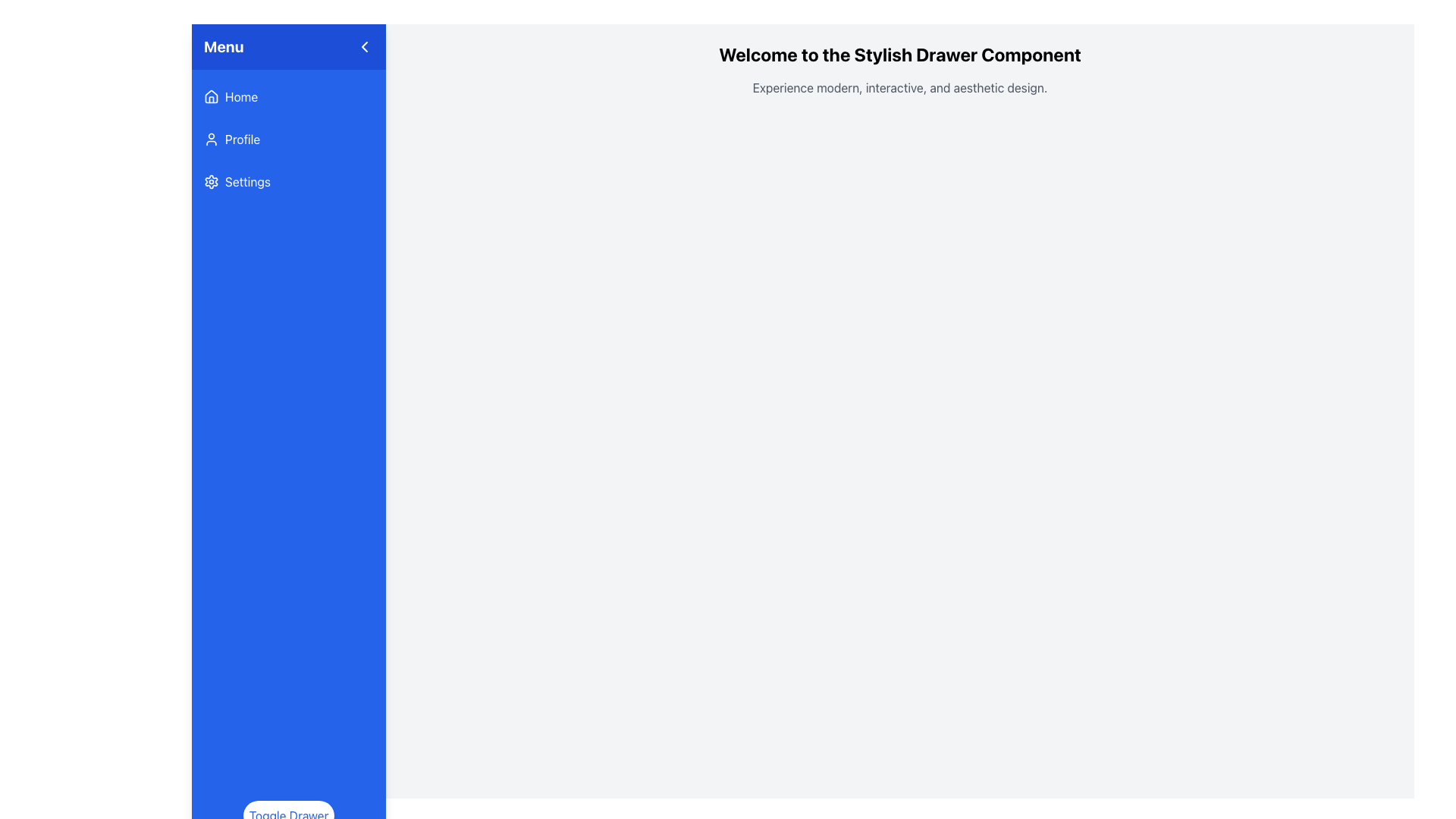 This screenshot has height=819, width=1456. What do you see at coordinates (223, 45) in the screenshot?
I see `the Text Label that serves as the heading for the sidebar menu, located at the top-left corner of the sidebar region with a blue background` at bounding box center [223, 45].